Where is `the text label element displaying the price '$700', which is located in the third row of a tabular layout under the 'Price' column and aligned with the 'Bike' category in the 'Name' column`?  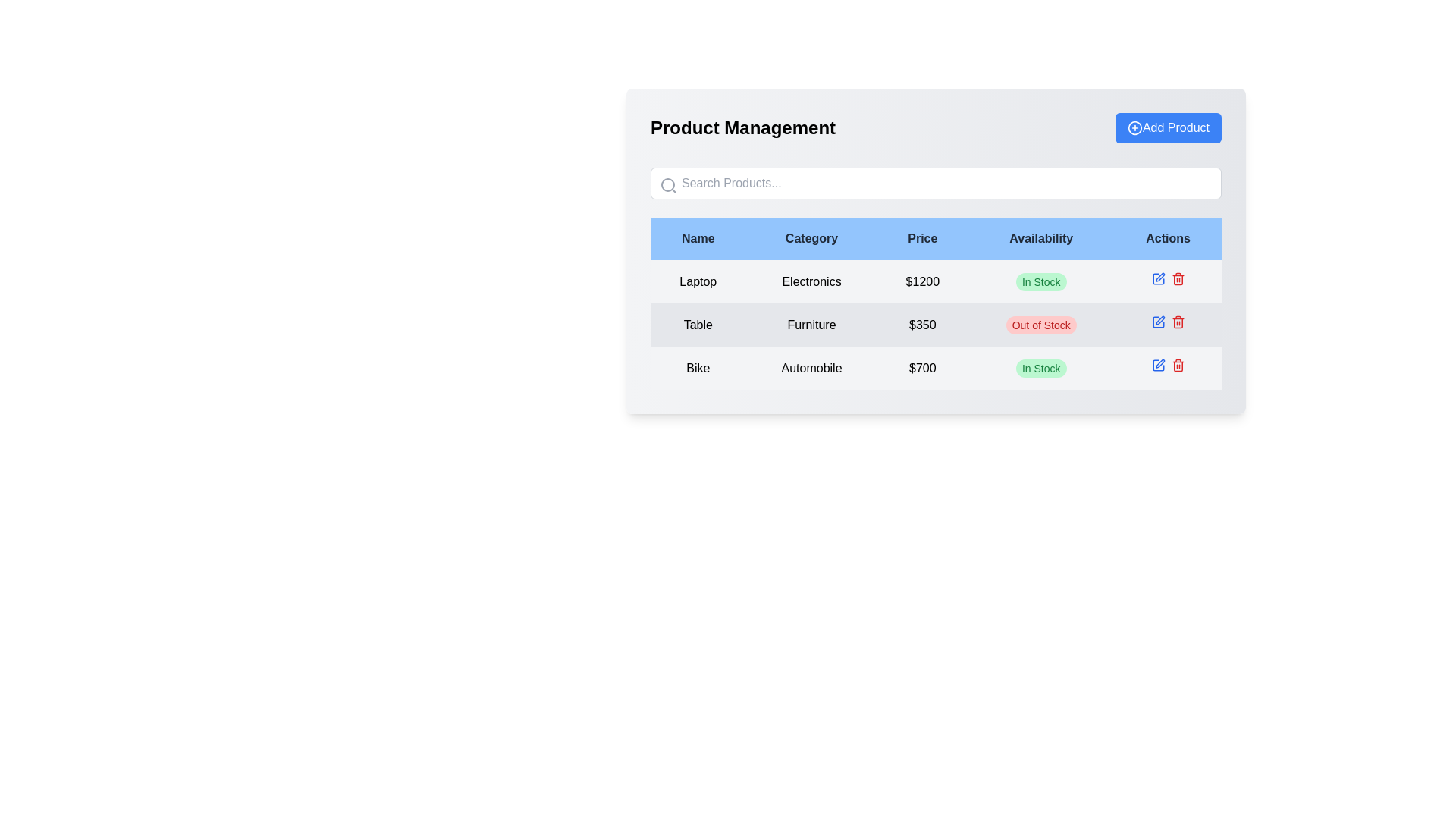 the text label element displaying the price '$700', which is located in the third row of a tabular layout under the 'Price' column and aligned with the 'Bike' category in the 'Name' column is located at coordinates (921, 368).